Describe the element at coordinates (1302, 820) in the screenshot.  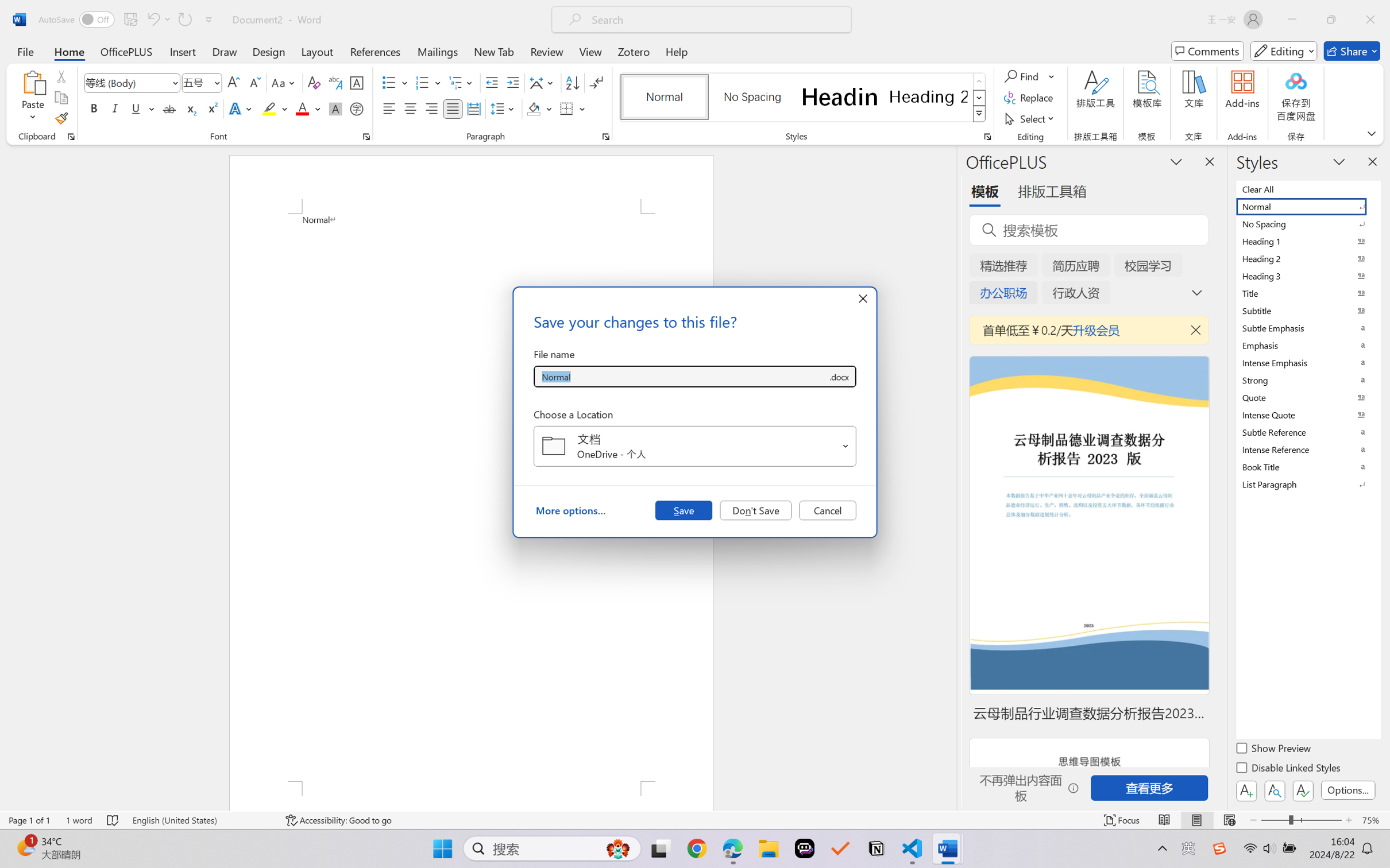
I see `'Zoom'` at that location.